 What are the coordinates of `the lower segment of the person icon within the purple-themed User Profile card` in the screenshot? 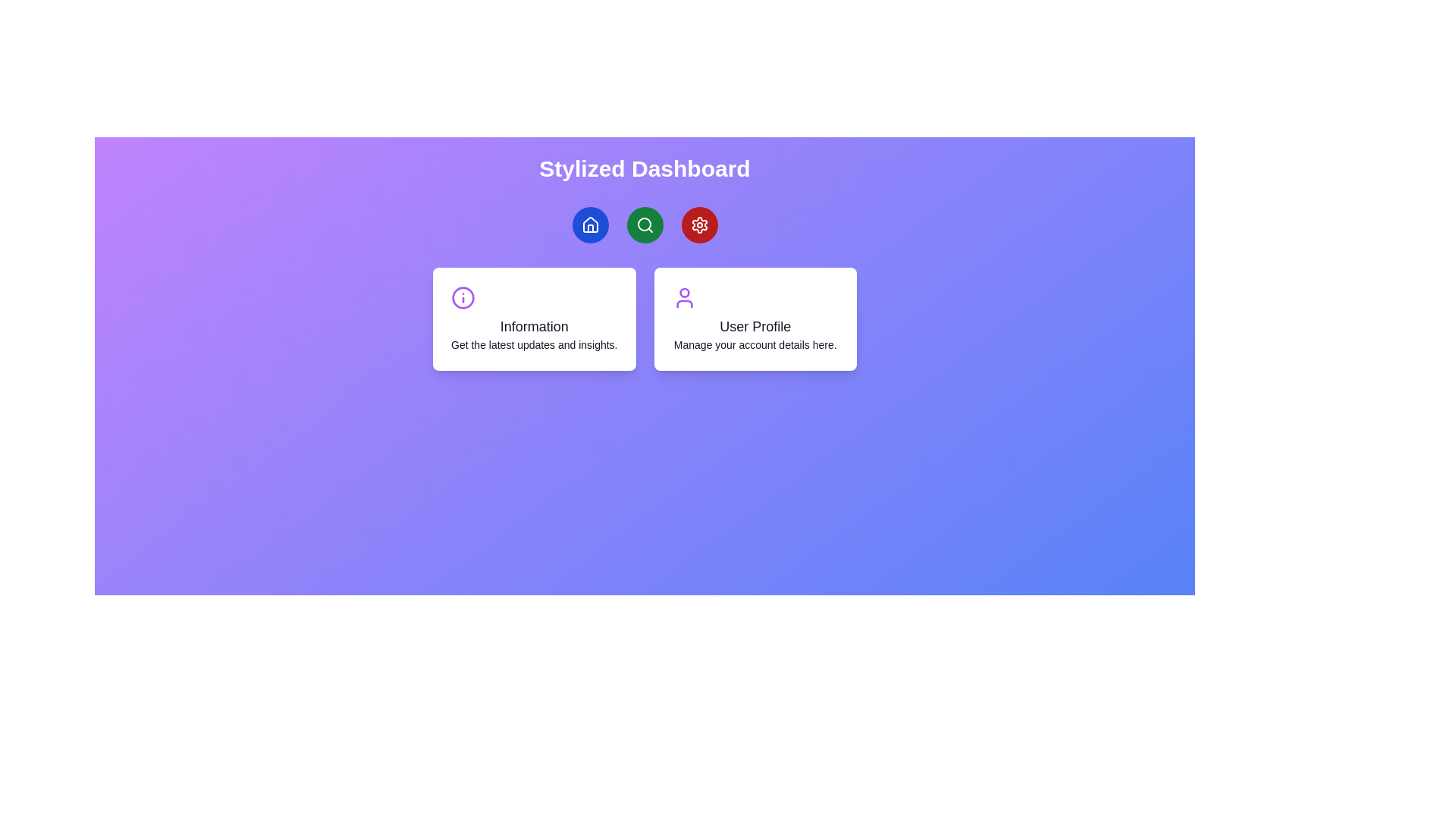 It's located at (683, 304).